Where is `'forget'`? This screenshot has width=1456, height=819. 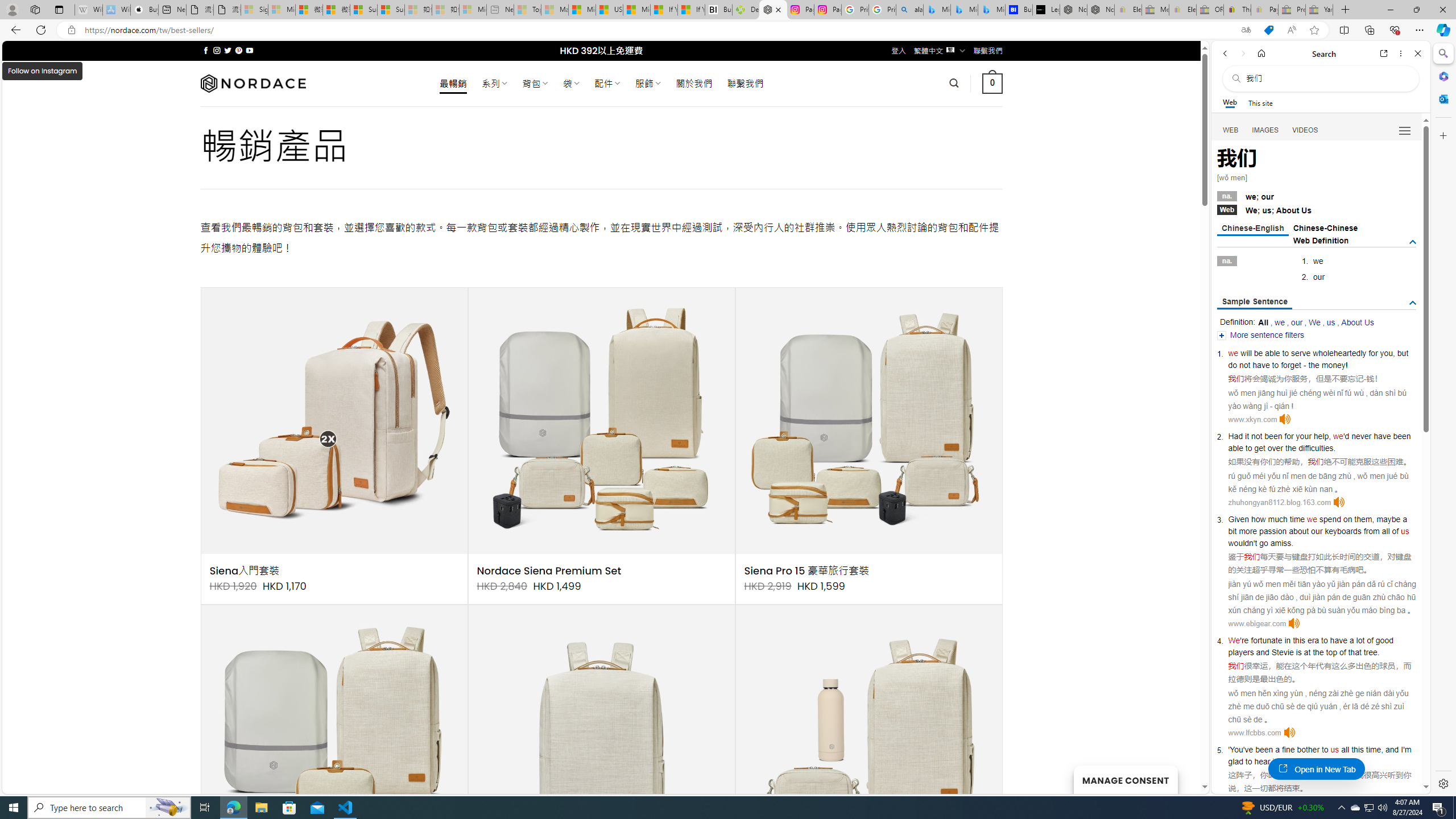
'forget' is located at coordinates (1291, 364).